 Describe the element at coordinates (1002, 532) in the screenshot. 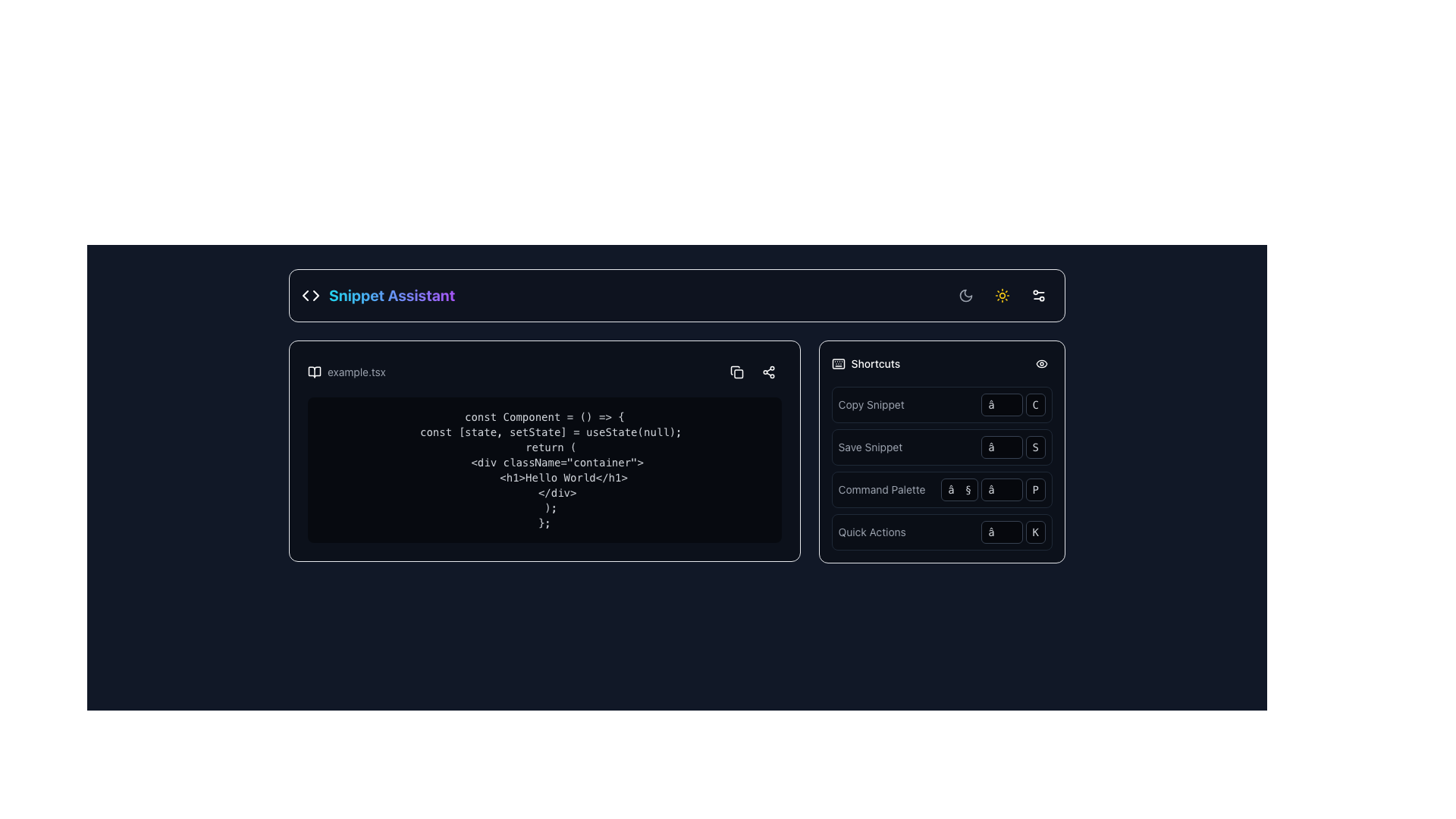

I see `the leftmost button in the '⌘K' group, which features a semi-transparent black background with a centered light gray '⌘' character` at that location.